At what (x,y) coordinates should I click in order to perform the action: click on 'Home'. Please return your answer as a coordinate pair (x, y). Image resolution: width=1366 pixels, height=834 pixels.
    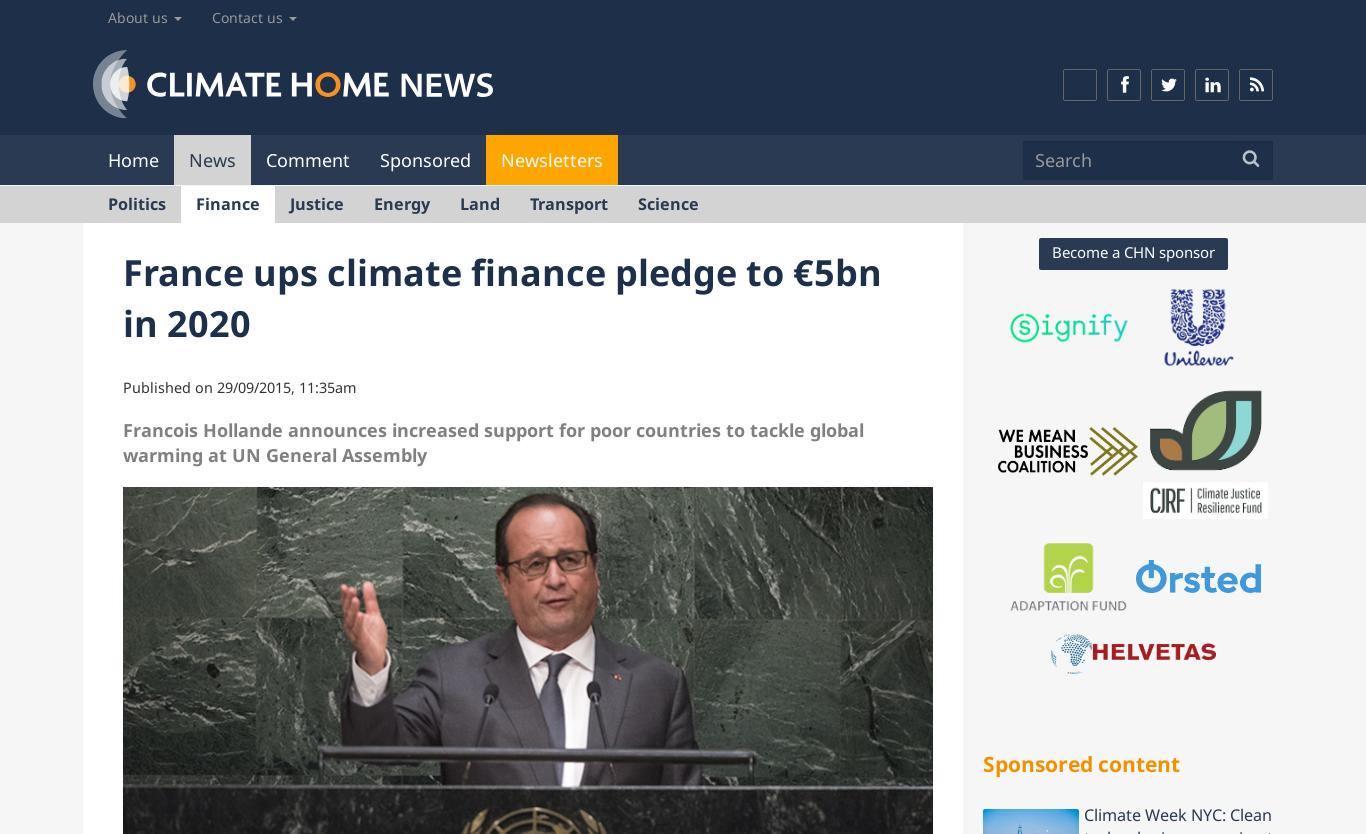
    Looking at the image, I should click on (108, 158).